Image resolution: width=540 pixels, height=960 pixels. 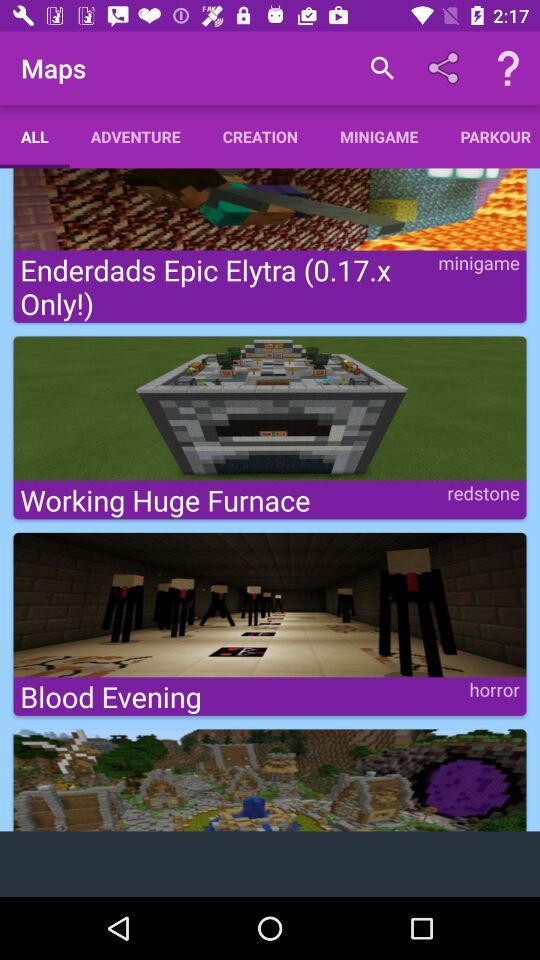 I want to click on creation app, so click(x=260, y=135).